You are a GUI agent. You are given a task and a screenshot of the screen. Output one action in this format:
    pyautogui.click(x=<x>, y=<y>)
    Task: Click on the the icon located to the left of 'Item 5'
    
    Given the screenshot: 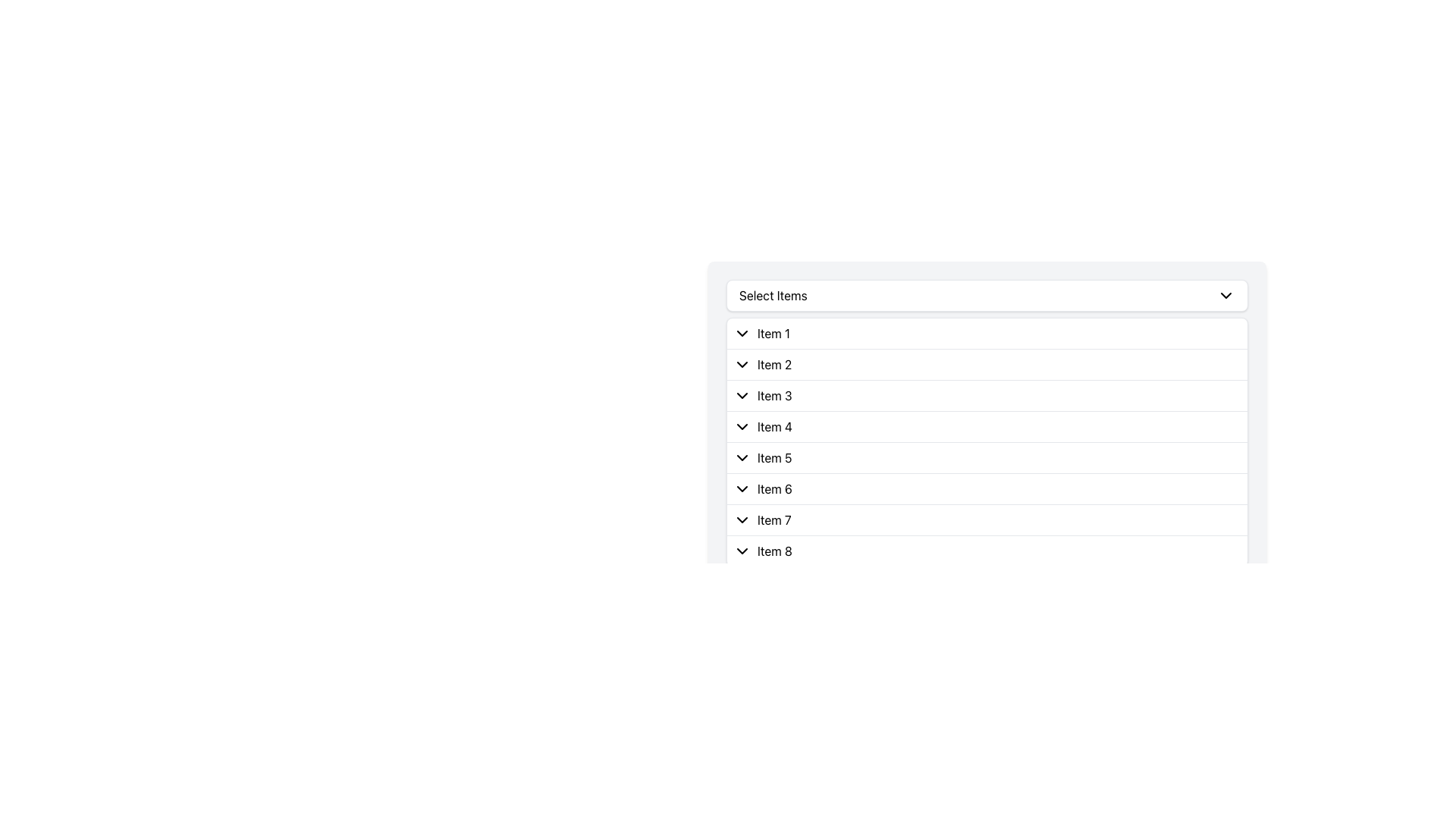 What is the action you would take?
    pyautogui.click(x=742, y=457)
    